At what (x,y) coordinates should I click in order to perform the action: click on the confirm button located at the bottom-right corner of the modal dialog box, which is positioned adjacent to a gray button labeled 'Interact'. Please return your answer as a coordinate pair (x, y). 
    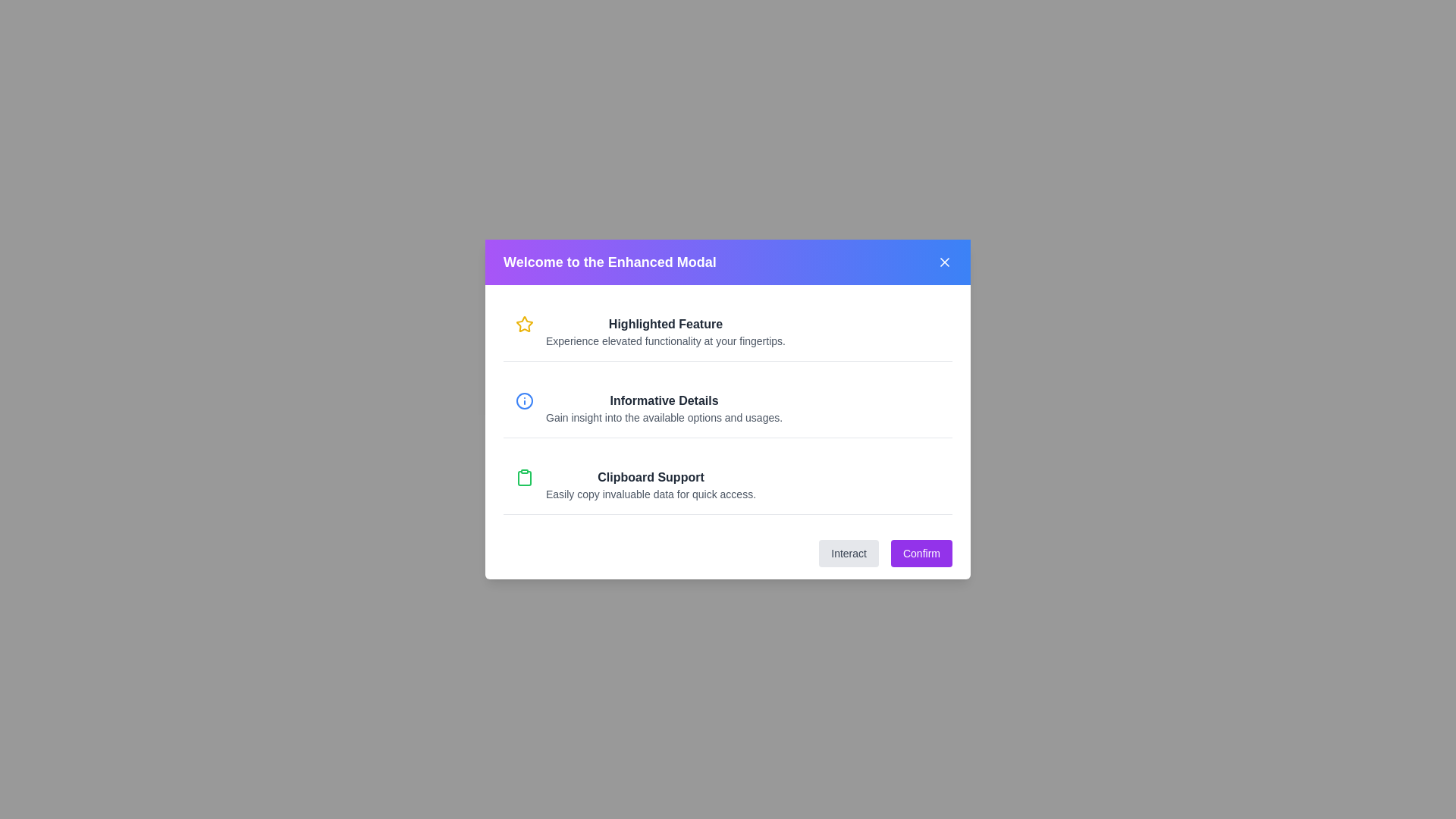
    Looking at the image, I should click on (921, 553).